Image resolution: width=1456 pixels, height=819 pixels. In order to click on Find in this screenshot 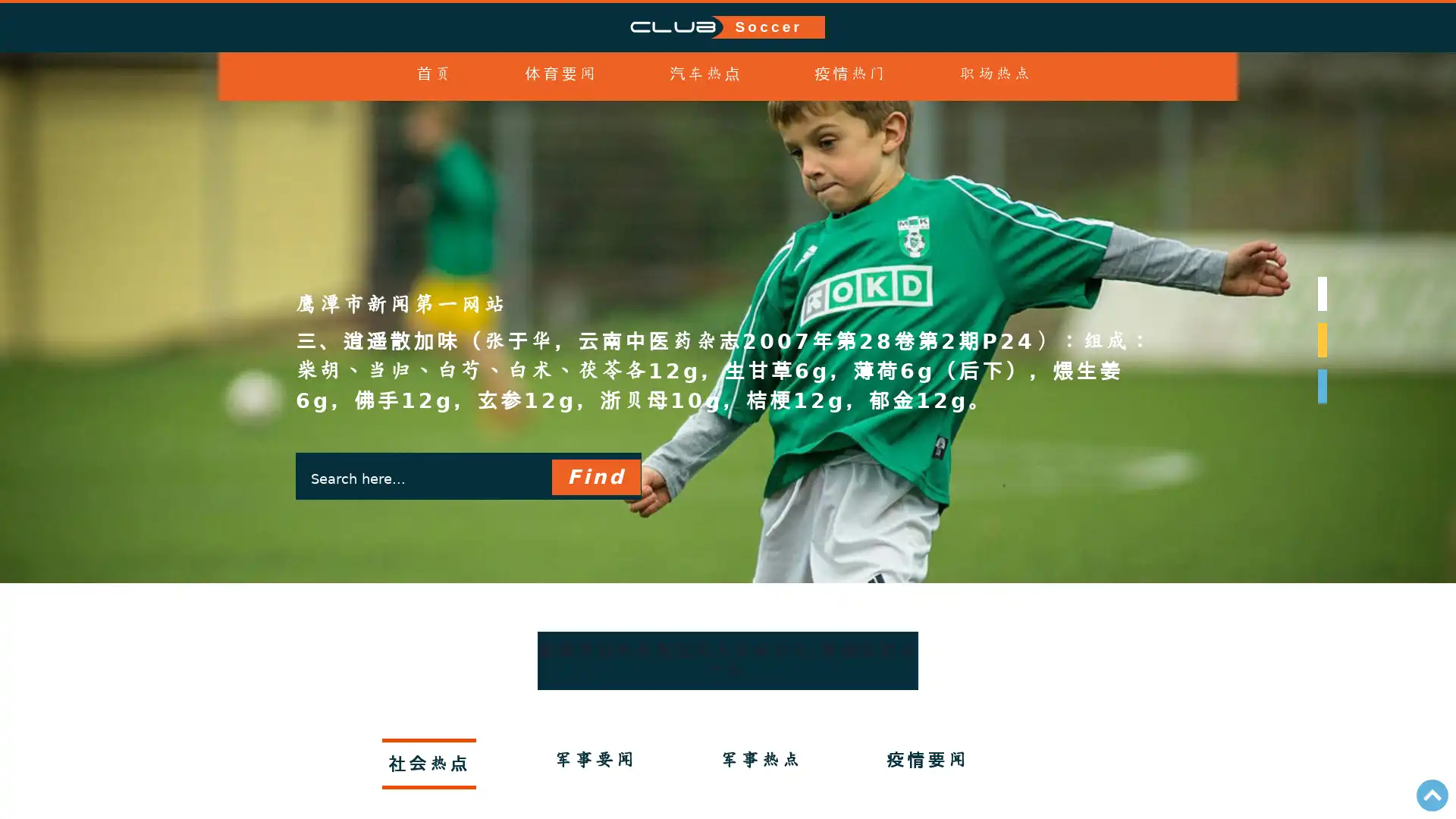, I will do `click(595, 475)`.